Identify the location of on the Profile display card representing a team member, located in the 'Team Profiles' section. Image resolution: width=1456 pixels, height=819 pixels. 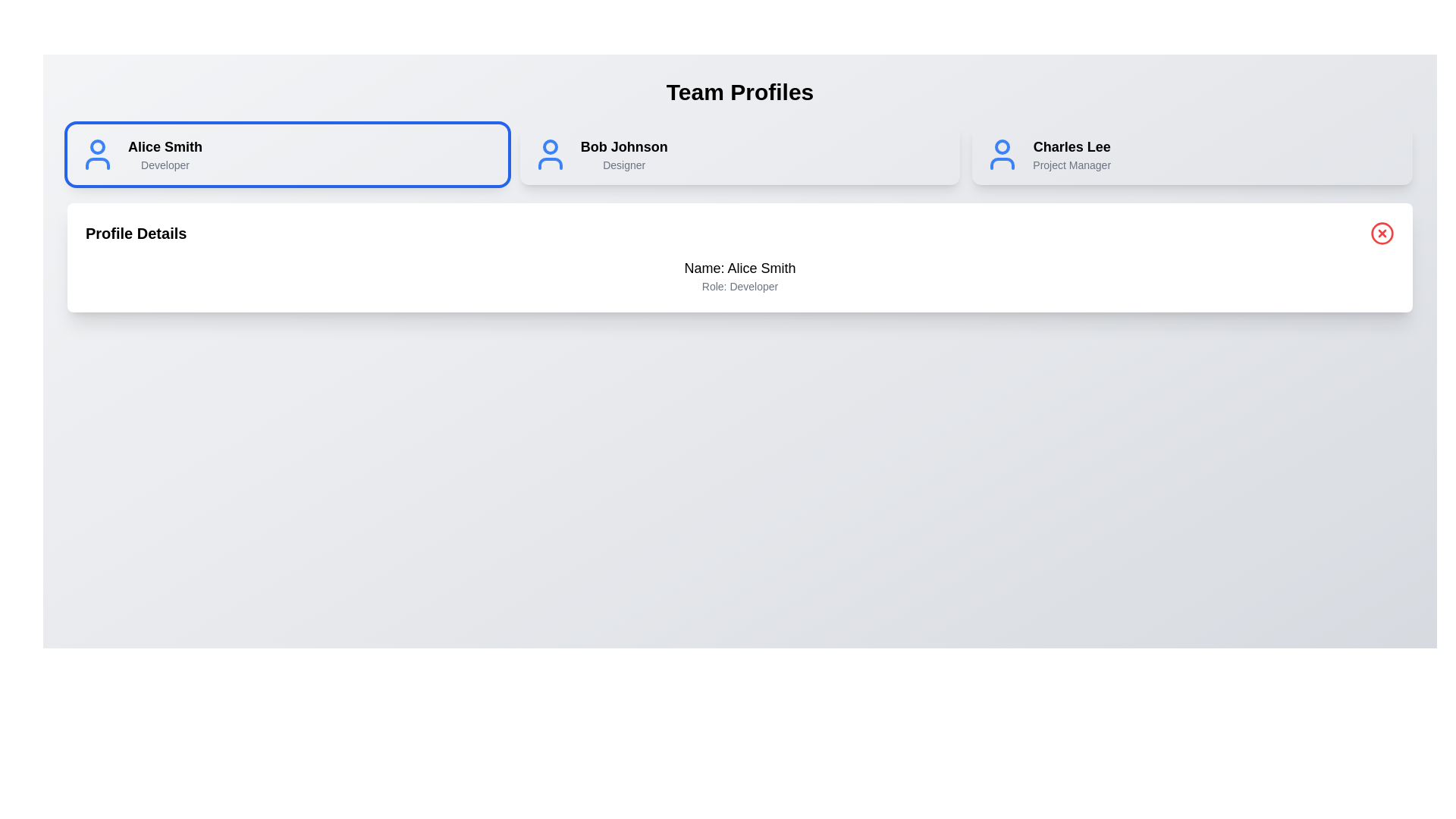
(739, 155).